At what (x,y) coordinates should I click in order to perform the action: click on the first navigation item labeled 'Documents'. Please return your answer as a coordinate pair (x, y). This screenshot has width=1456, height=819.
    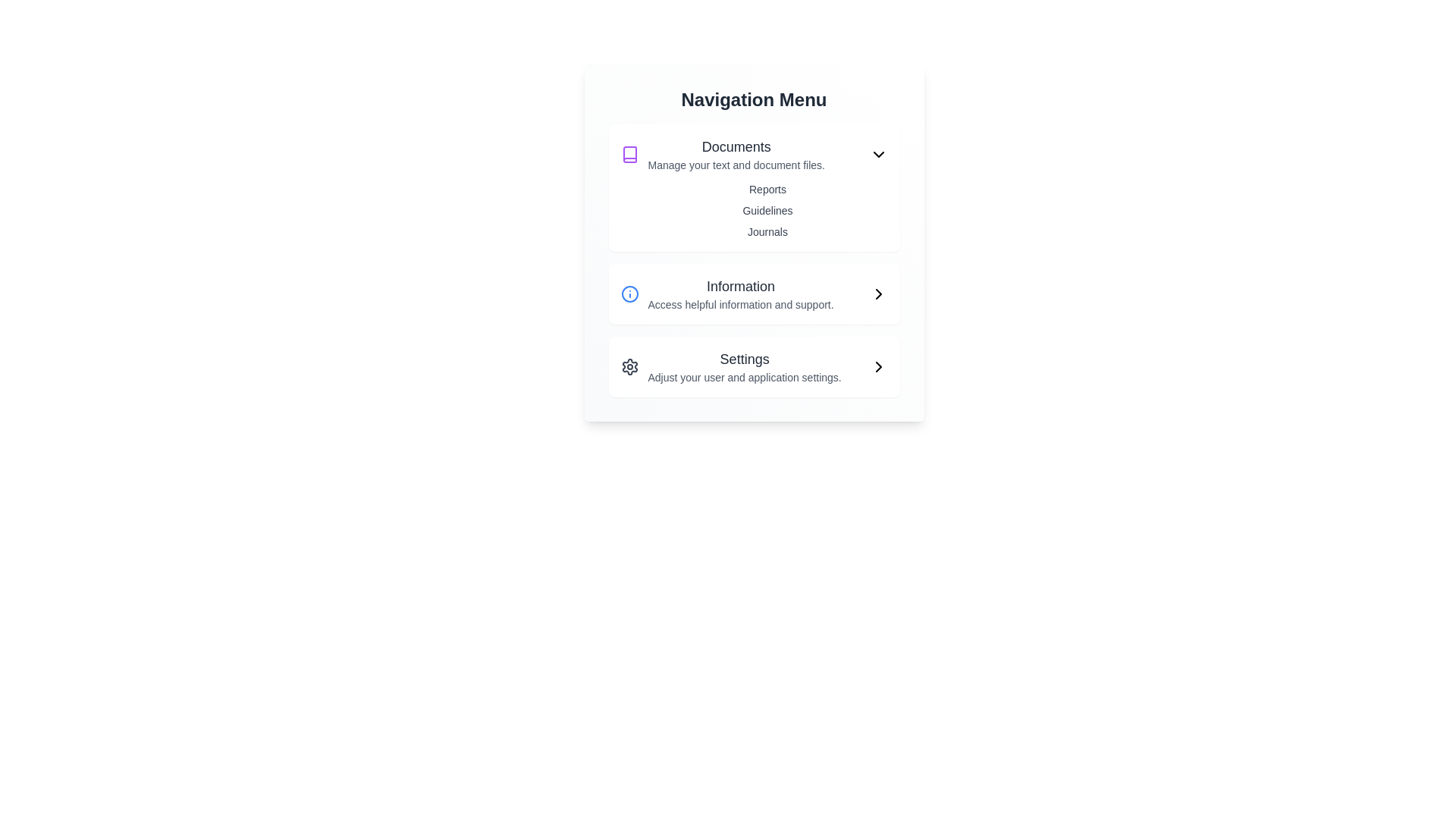
    Looking at the image, I should click on (722, 155).